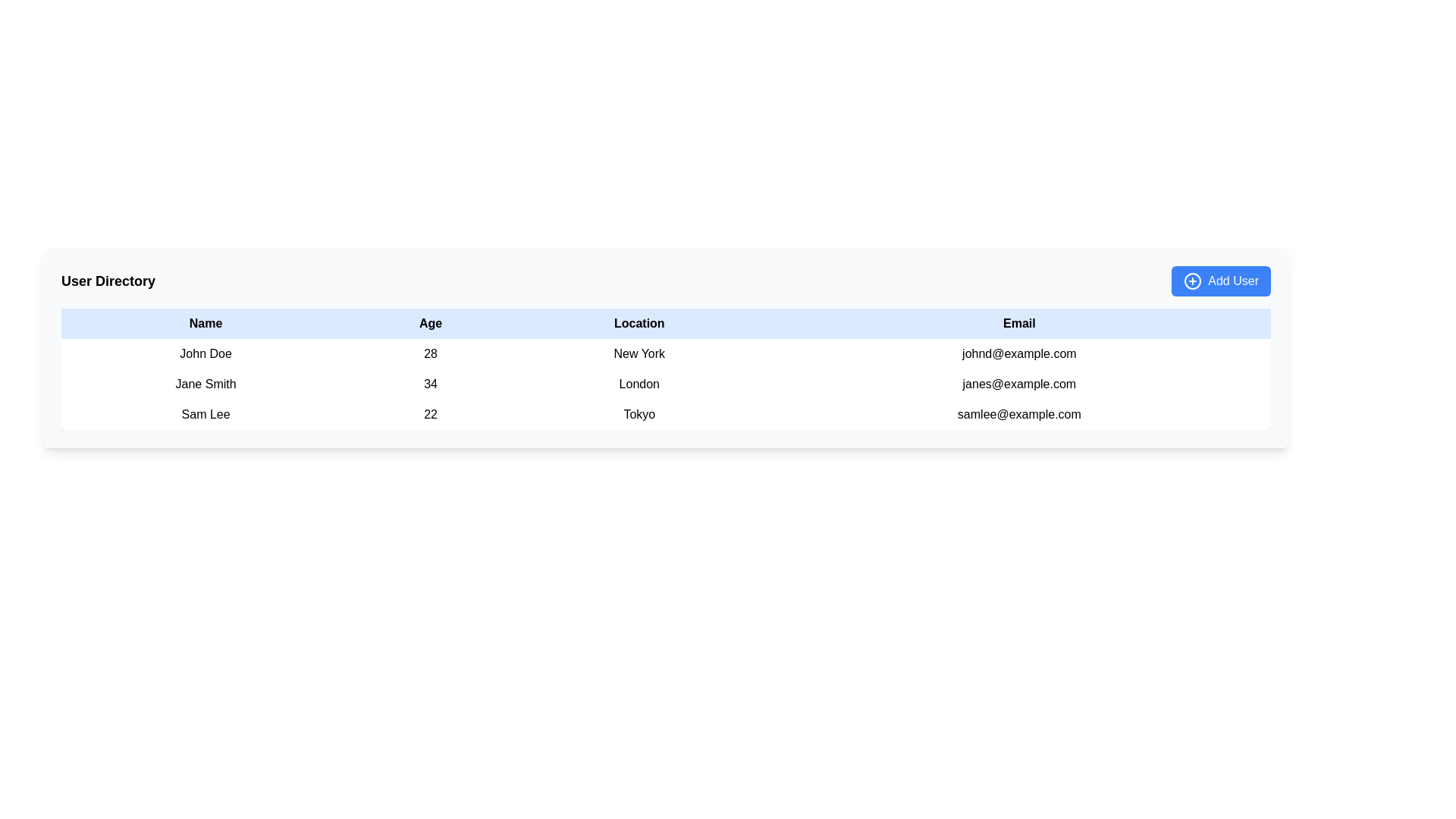  What do you see at coordinates (429, 415) in the screenshot?
I see `the centered numeral '22' in the second column of the third row in a table, which represents the age of Sam Lee` at bounding box center [429, 415].